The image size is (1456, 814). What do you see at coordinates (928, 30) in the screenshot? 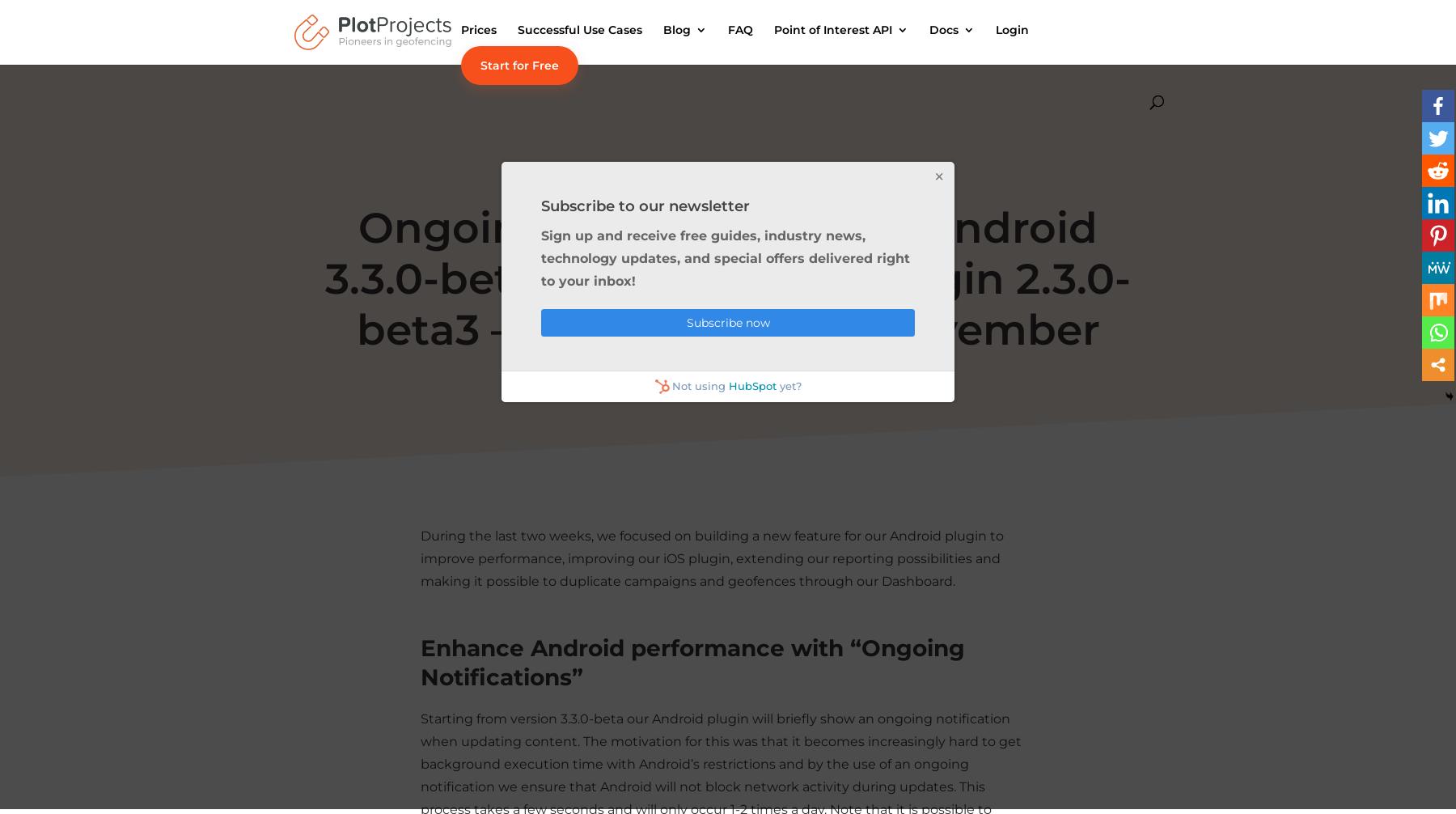
I see `'Docs'` at bounding box center [928, 30].